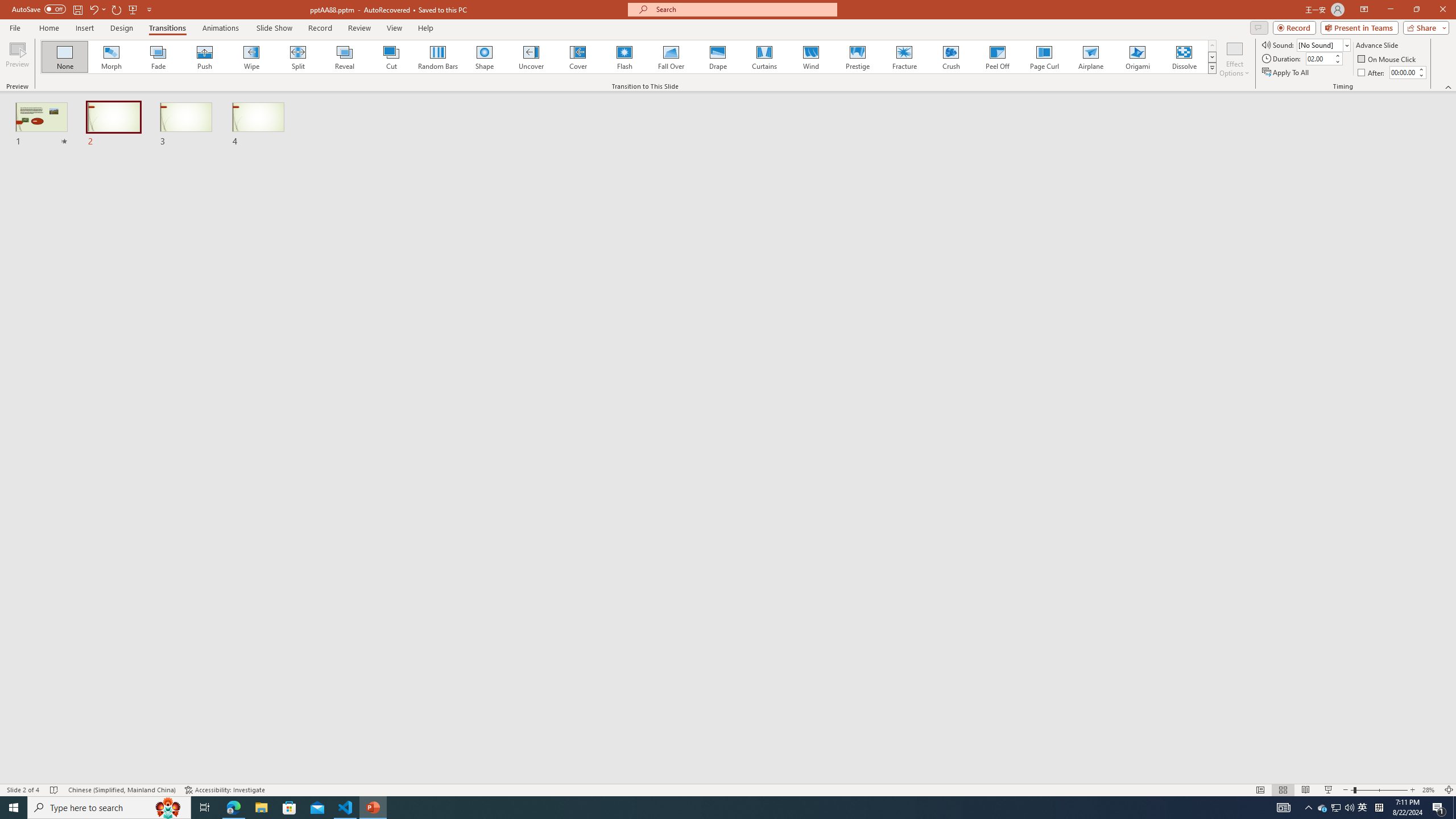  What do you see at coordinates (810, 56) in the screenshot?
I see `'Wind'` at bounding box center [810, 56].